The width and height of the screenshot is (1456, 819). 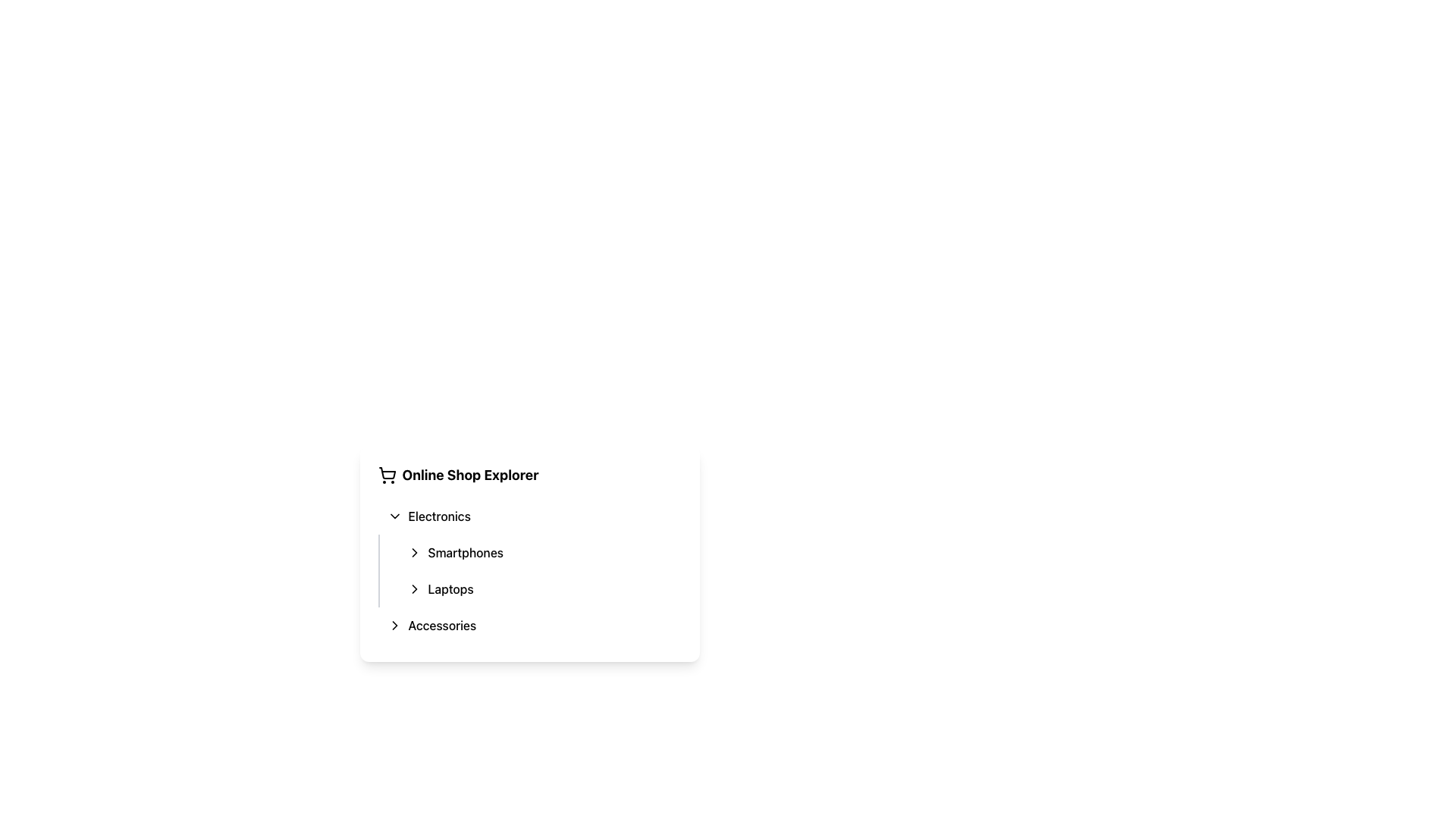 What do you see at coordinates (414, 553) in the screenshot?
I see `the chevron icon pointing to the right, located adjacent to the text 'Smartphones' in the 'Electronics' section of the navigation menu, to observe potential visual feedback` at bounding box center [414, 553].